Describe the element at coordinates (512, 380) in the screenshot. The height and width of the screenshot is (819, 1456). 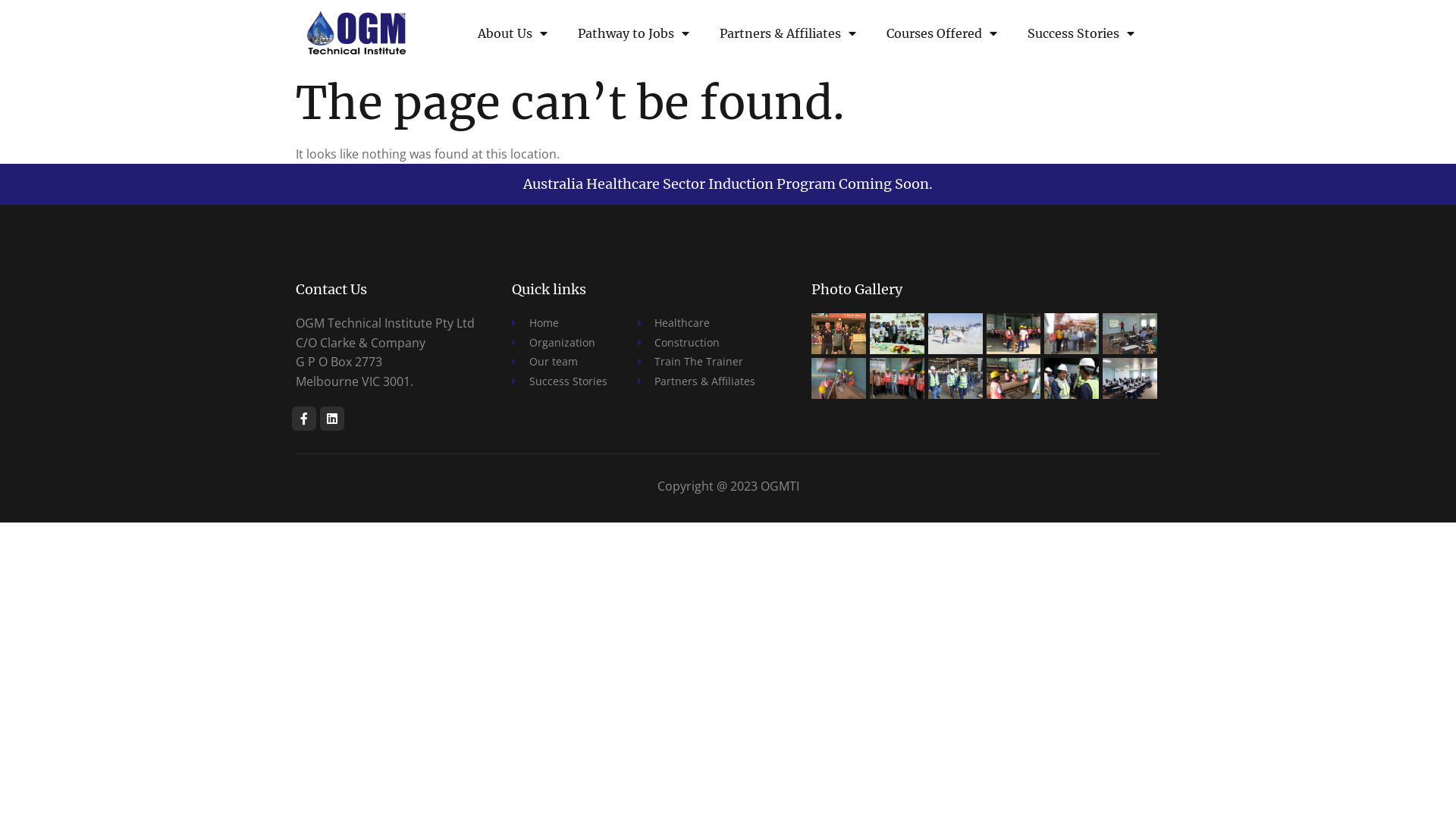
I see `'Success Stories'` at that location.